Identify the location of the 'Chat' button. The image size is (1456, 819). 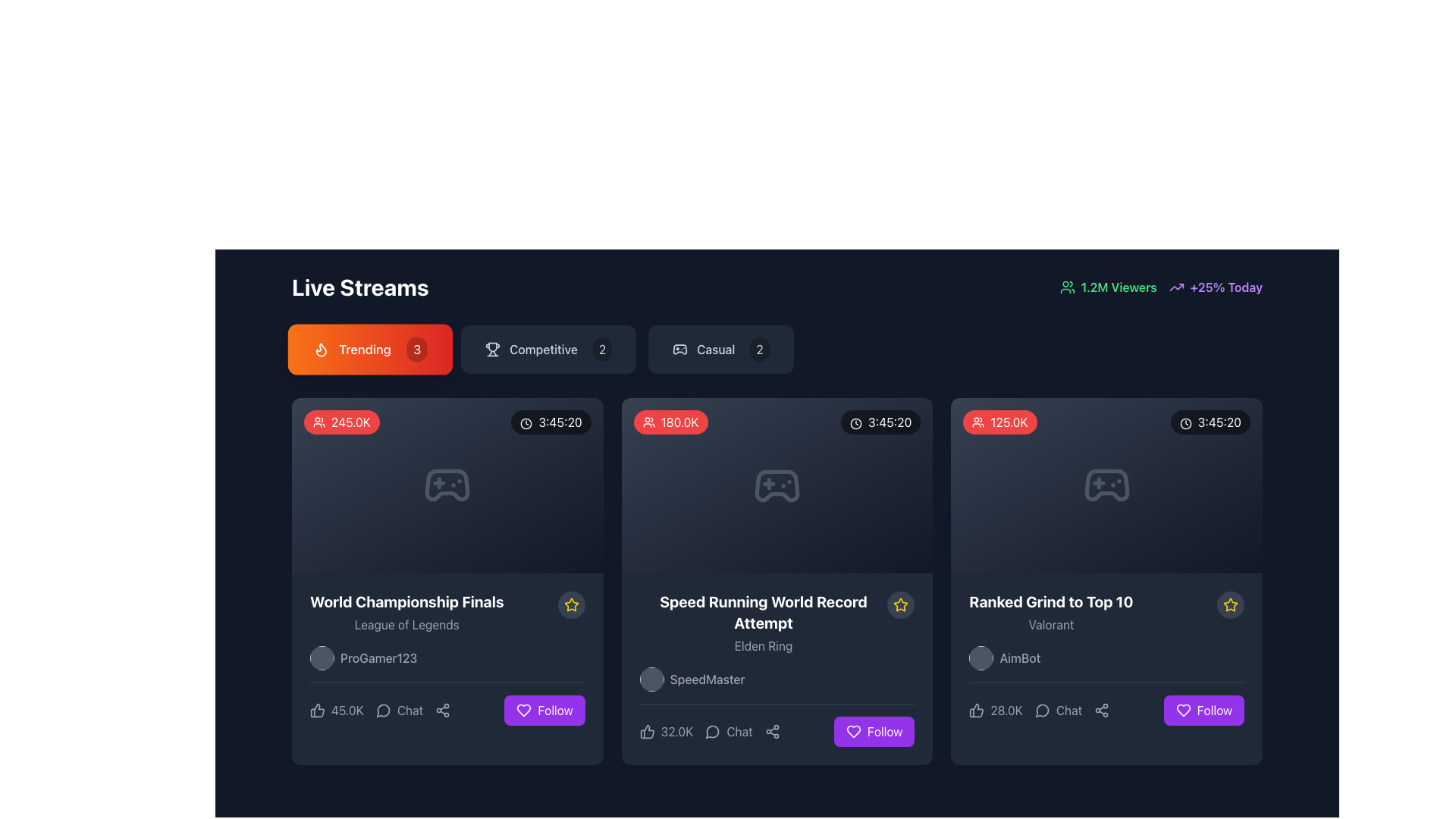
(400, 711).